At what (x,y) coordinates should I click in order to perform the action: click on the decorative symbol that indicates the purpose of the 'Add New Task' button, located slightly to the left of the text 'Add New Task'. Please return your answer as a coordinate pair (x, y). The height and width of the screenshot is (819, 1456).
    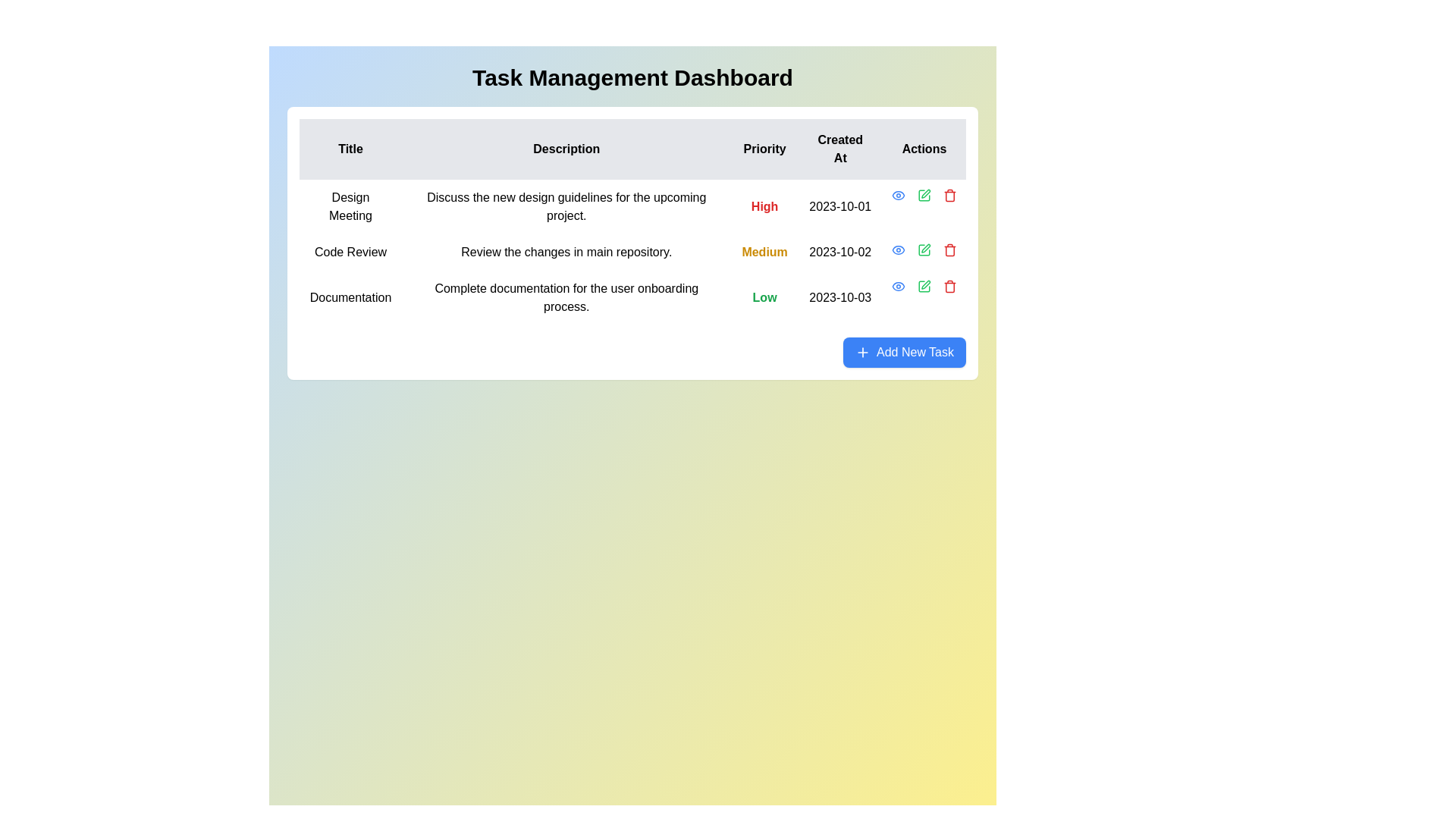
    Looking at the image, I should click on (862, 353).